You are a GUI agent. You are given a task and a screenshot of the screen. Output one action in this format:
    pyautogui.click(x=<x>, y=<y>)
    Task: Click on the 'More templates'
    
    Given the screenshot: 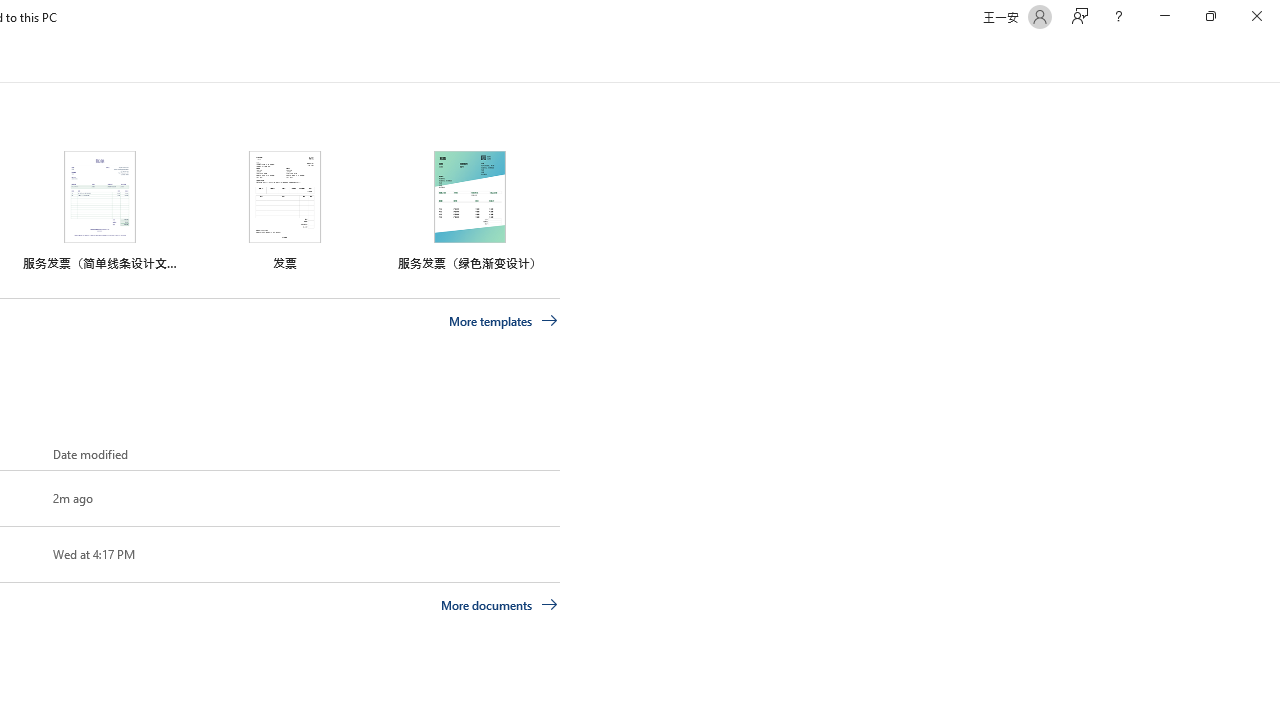 What is the action you would take?
    pyautogui.click(x=503, y=320)
    